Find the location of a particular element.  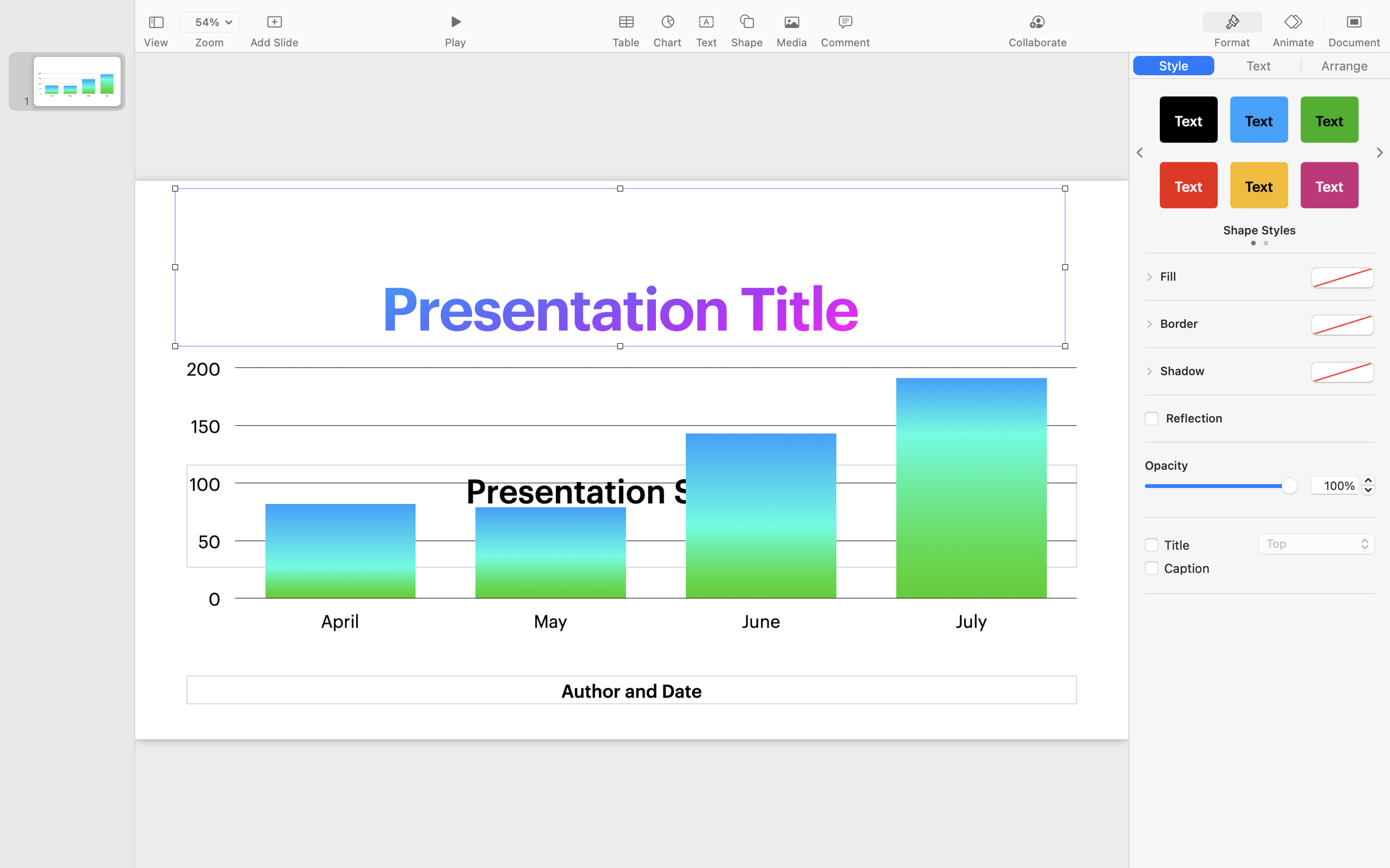

'Document' is located at coordinates (1353, 42).